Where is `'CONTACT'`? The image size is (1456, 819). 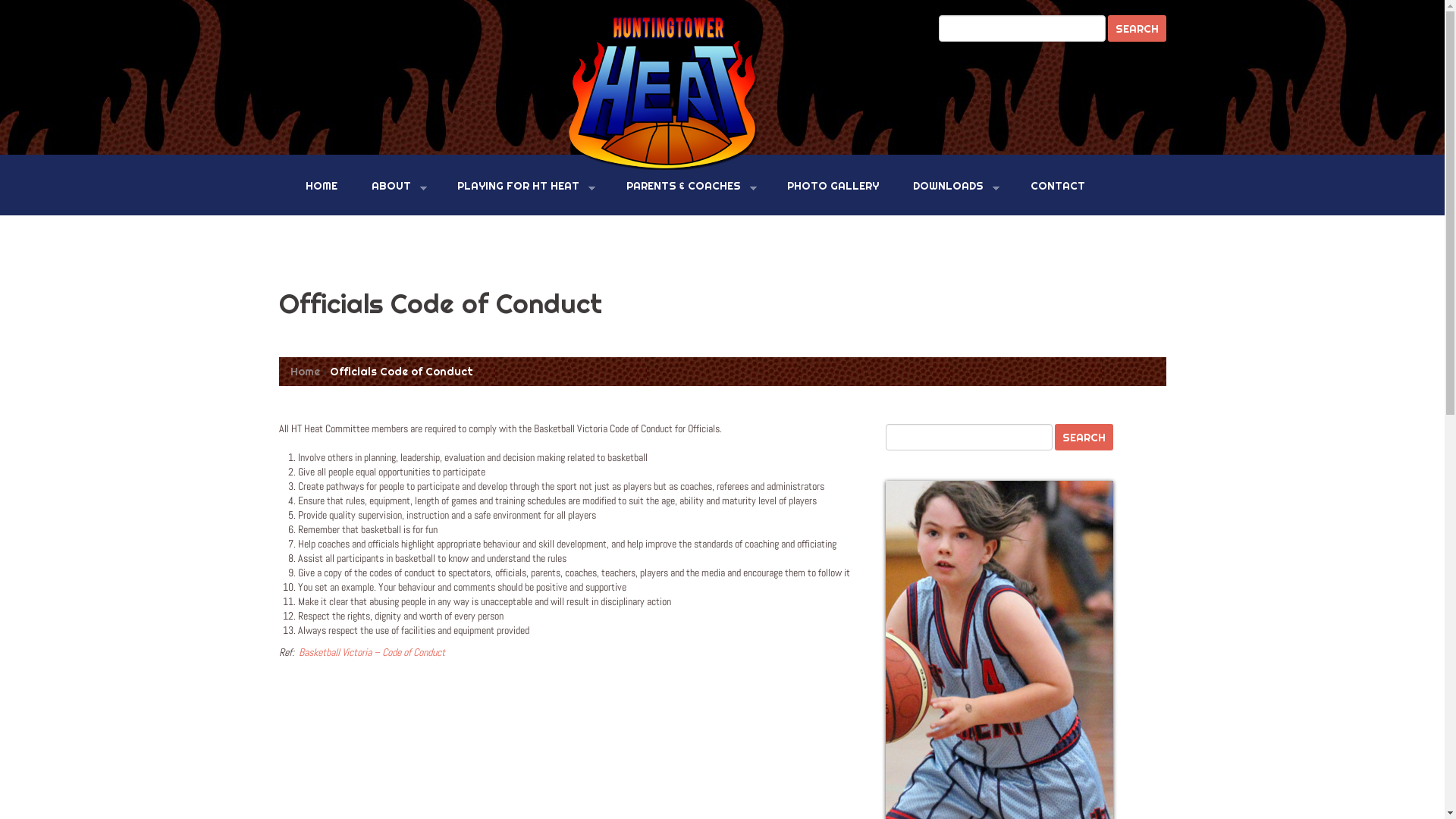 'CONTACT' is located at coordinates (1057, 185).